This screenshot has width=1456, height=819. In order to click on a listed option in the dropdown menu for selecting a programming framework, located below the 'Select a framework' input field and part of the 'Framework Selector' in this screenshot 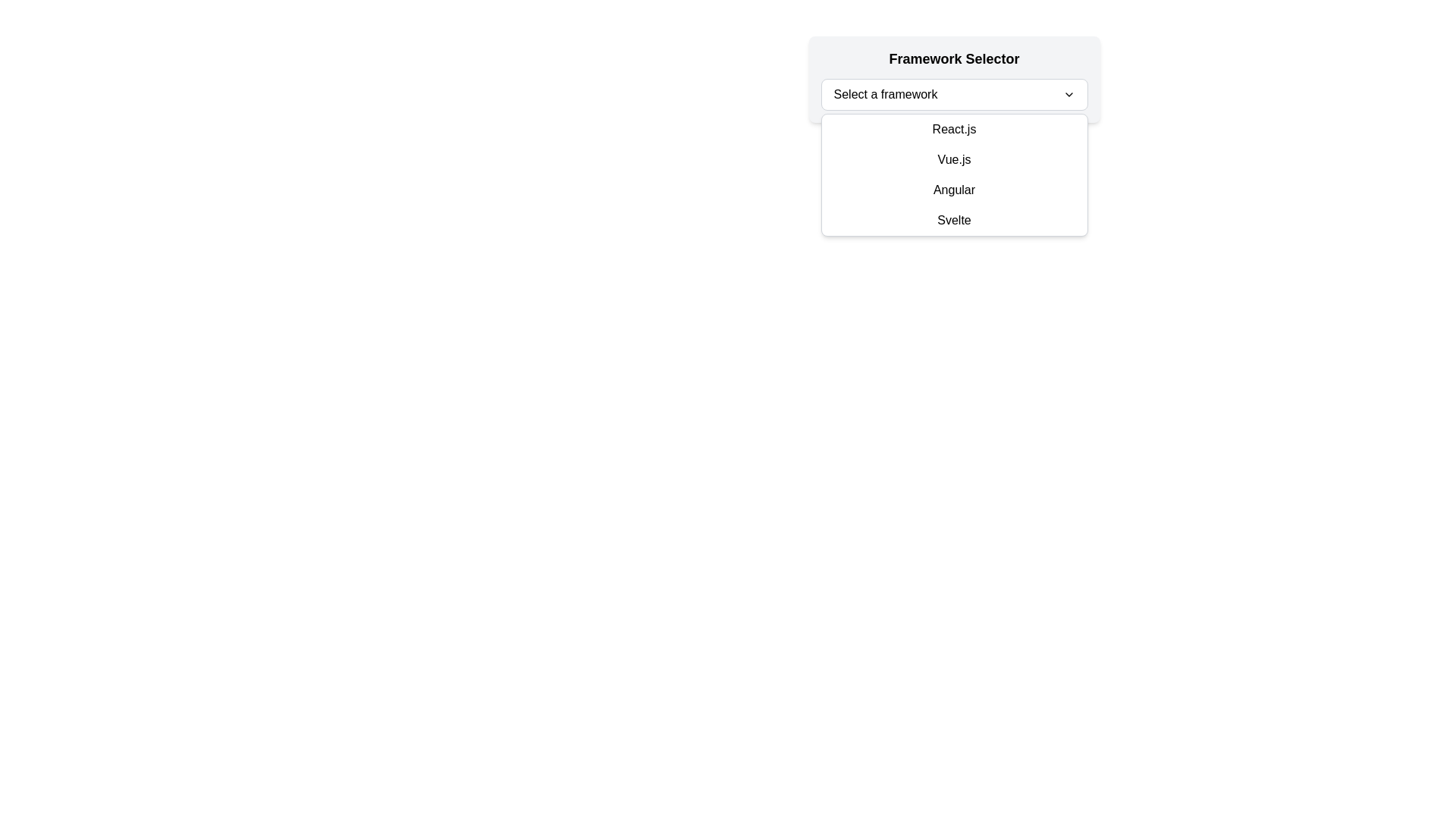, I will do `click(953, 174)`.